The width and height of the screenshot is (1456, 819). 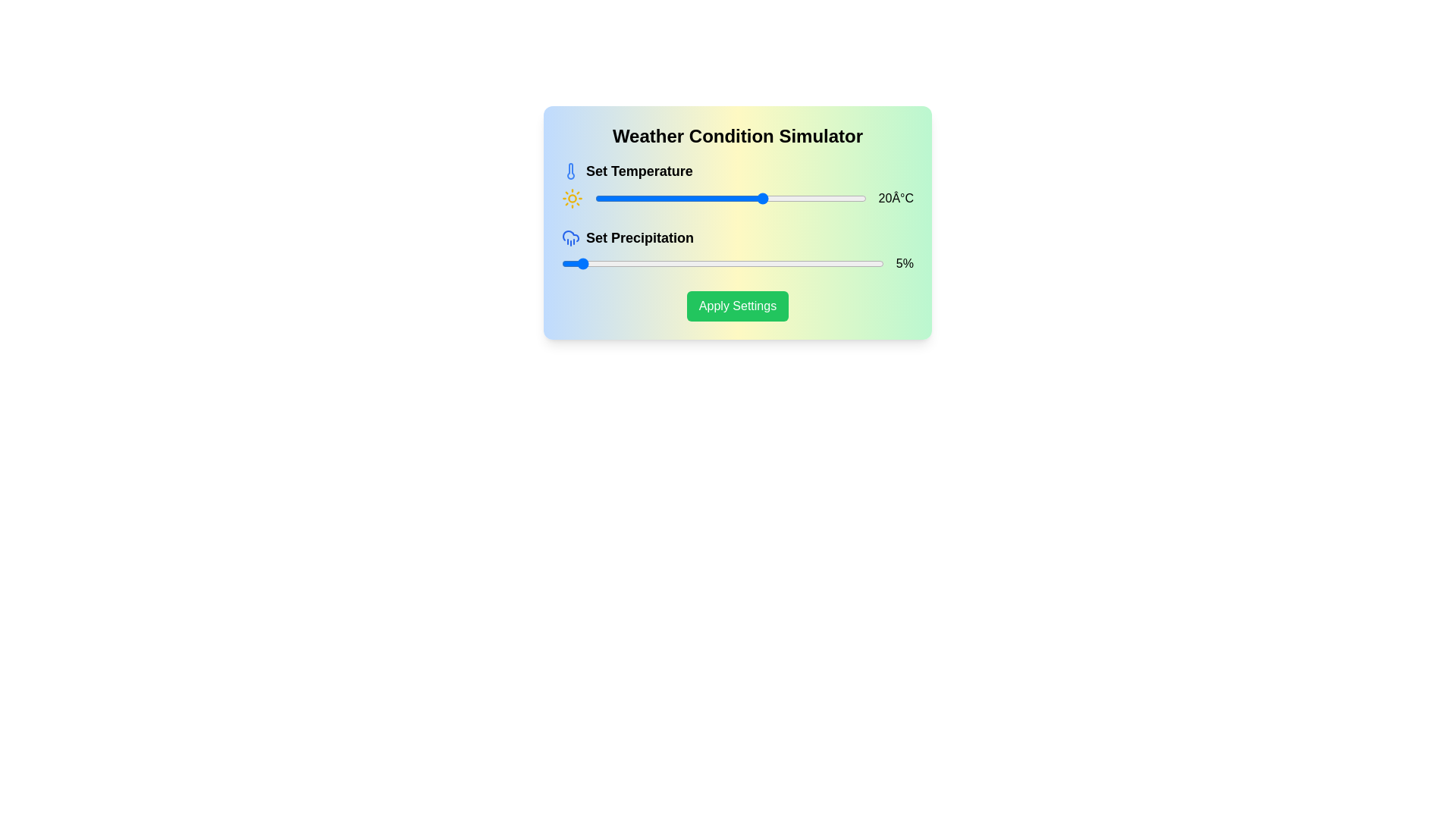 I want to click on the 'Apply Settings' button to confirm the chosen weather conditions, so click(x=738, y=306).